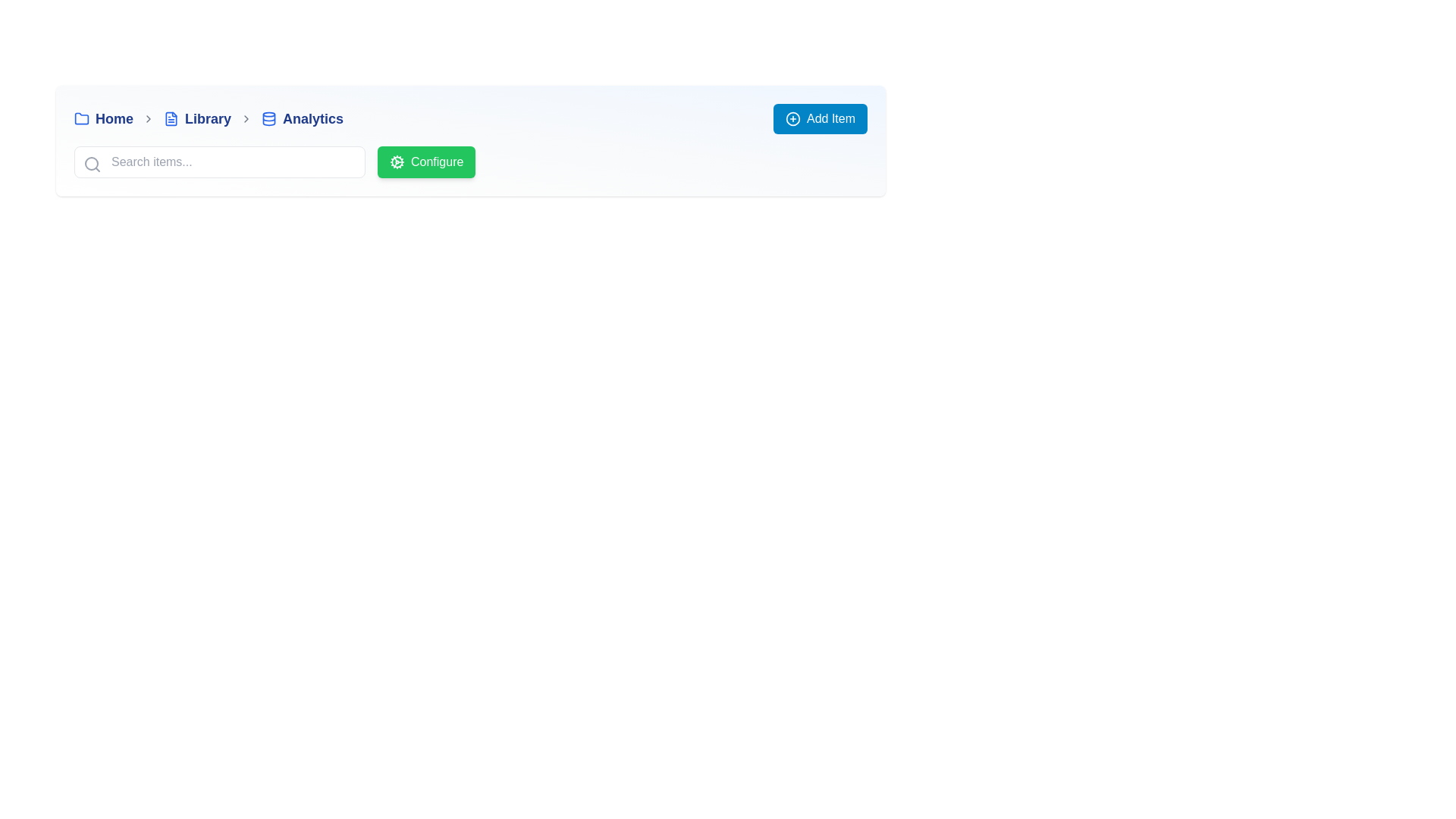 Image resolution: width=1456 pixels, height=819 pixels. Describe the element at coordinates (397, 162) in the screenshot. I see `the cogwheel icon located within the green 'Configure' button` at that location.